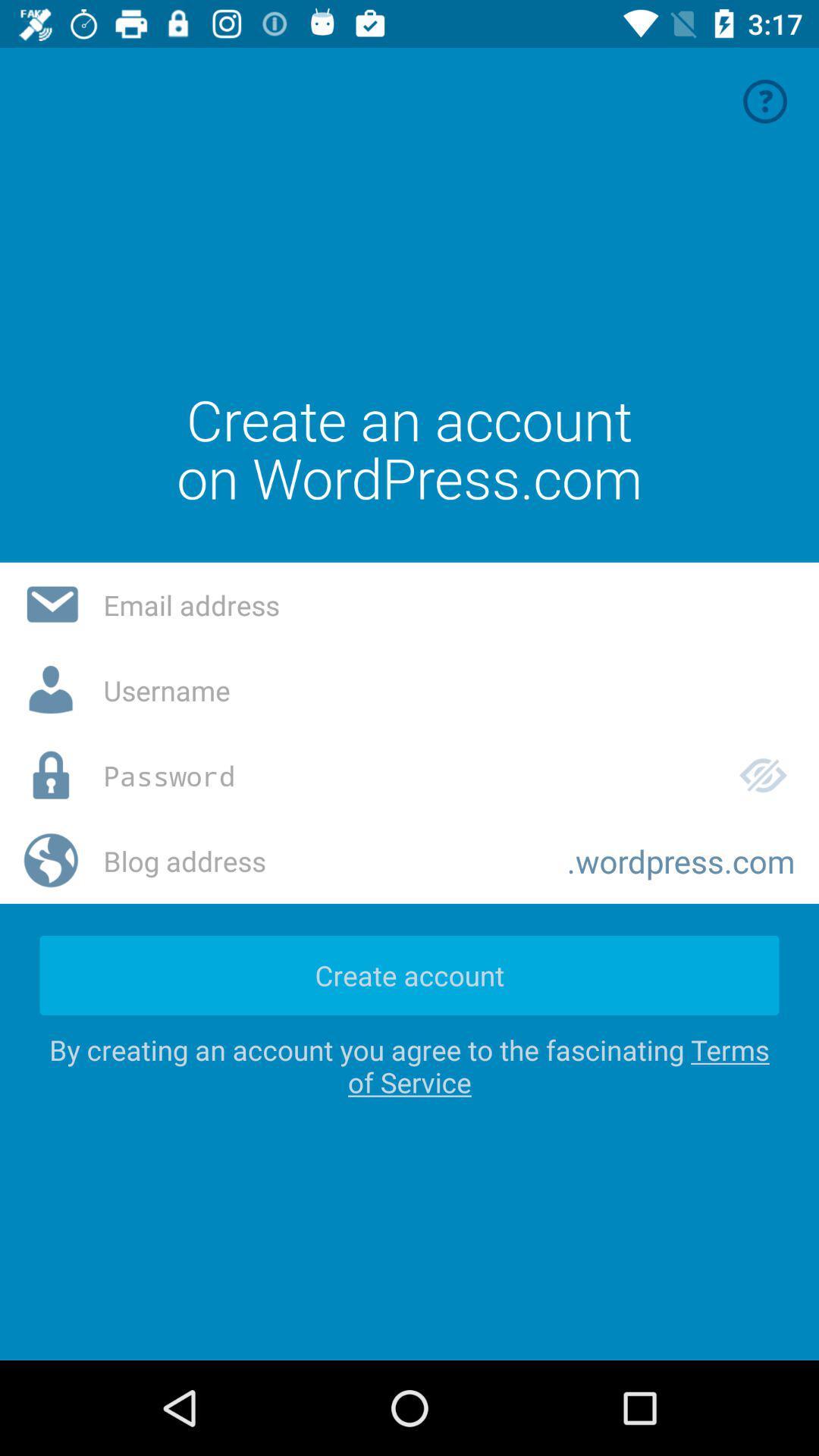  I want to click on by creating an item, so click(409, 1065).